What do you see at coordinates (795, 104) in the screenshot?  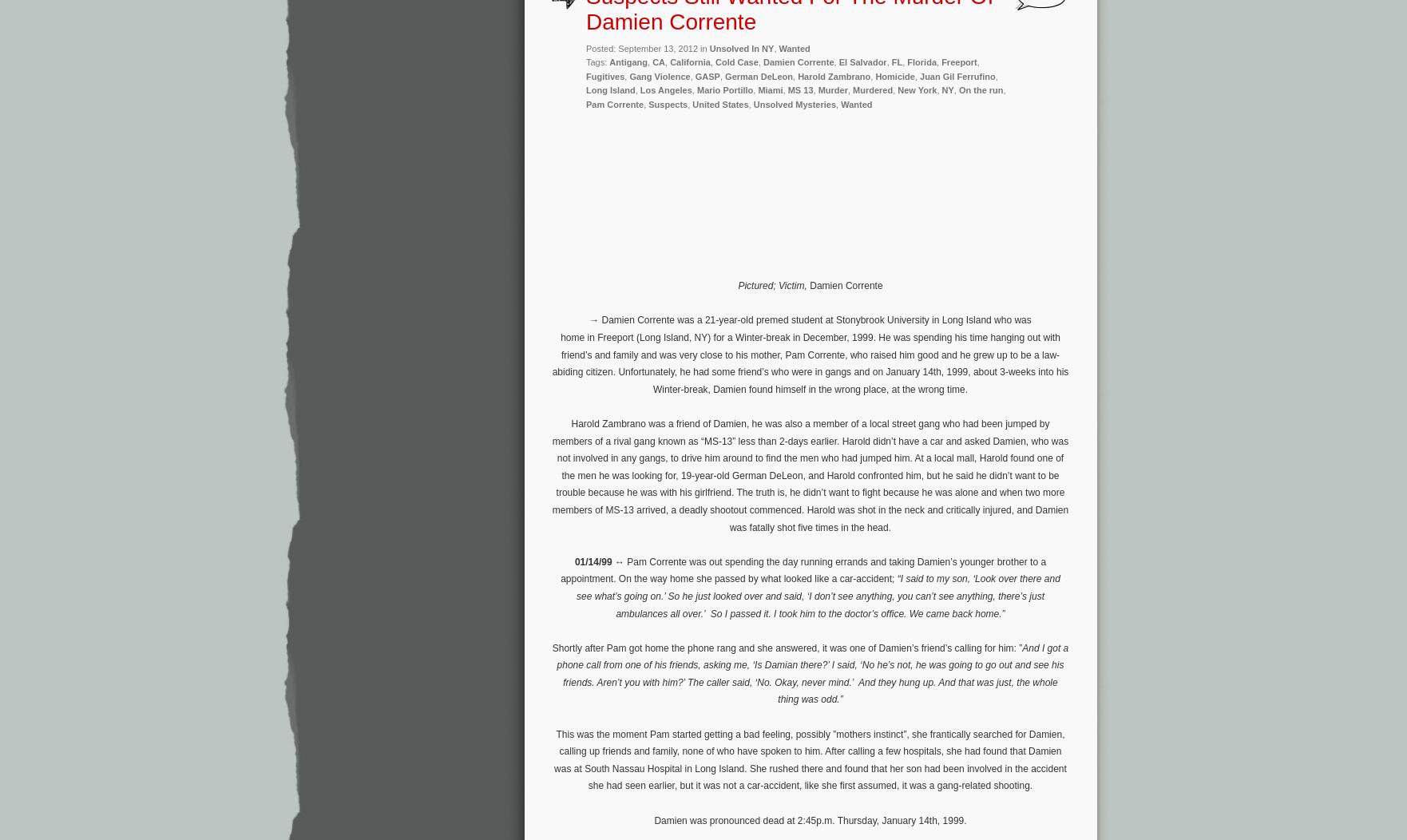 I see `'Unsolved Mysteries'` at bounding box center [795, 104].